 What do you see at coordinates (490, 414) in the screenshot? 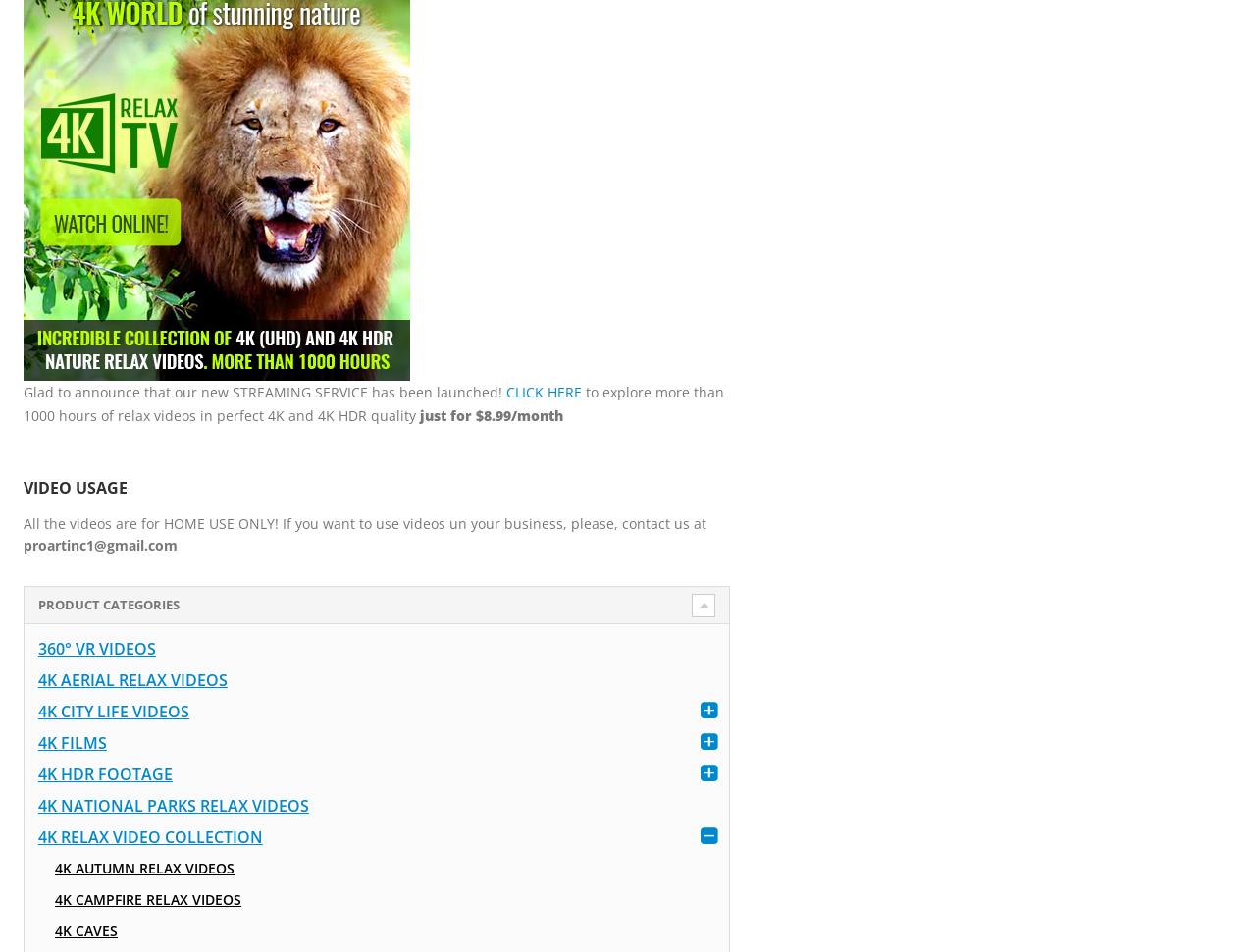
I see `'just for $8.99/month'` at bounding box center [490, 414].